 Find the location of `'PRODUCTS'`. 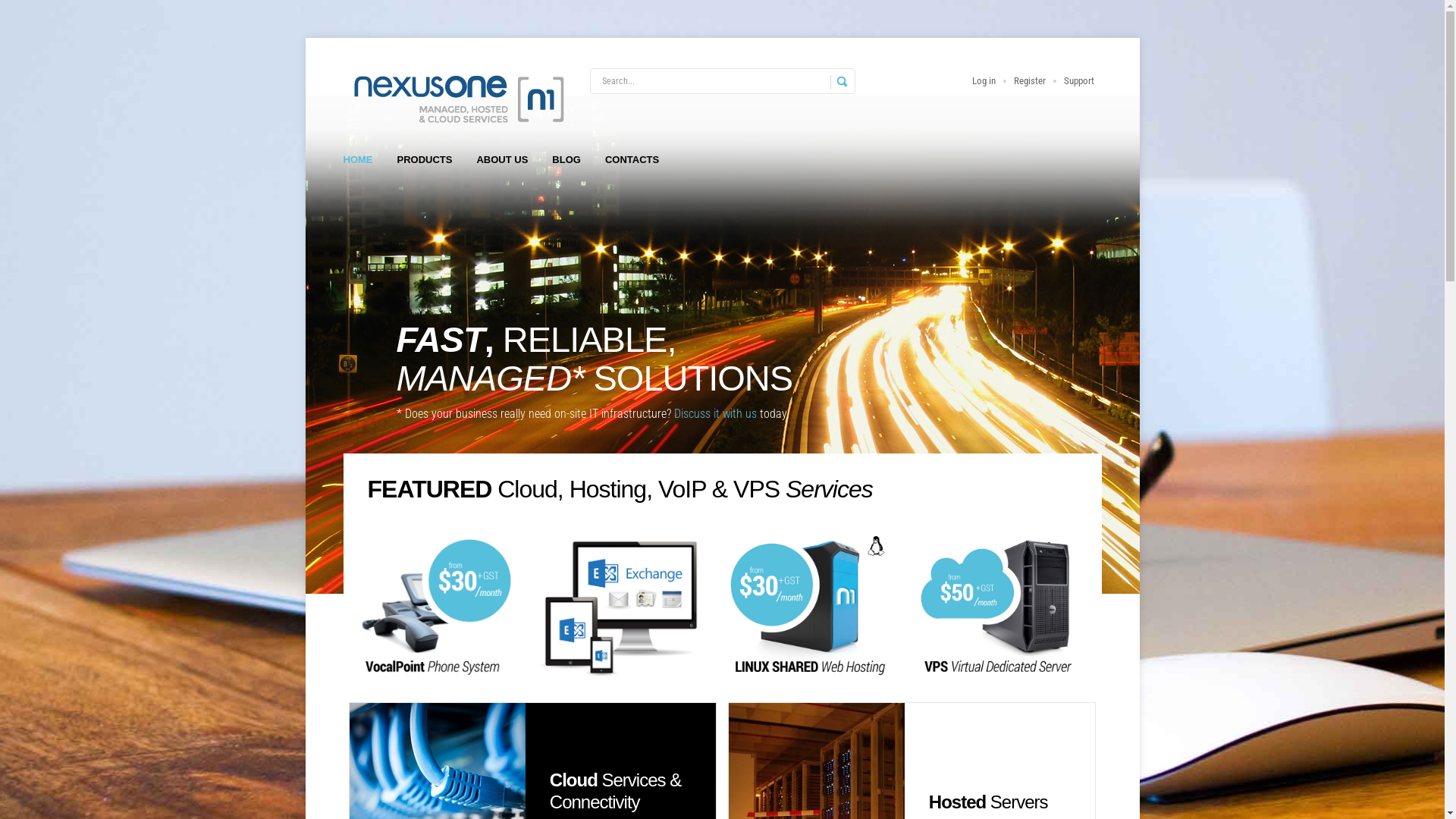

'PRODUCTS' is located at coordinates (425, 160).